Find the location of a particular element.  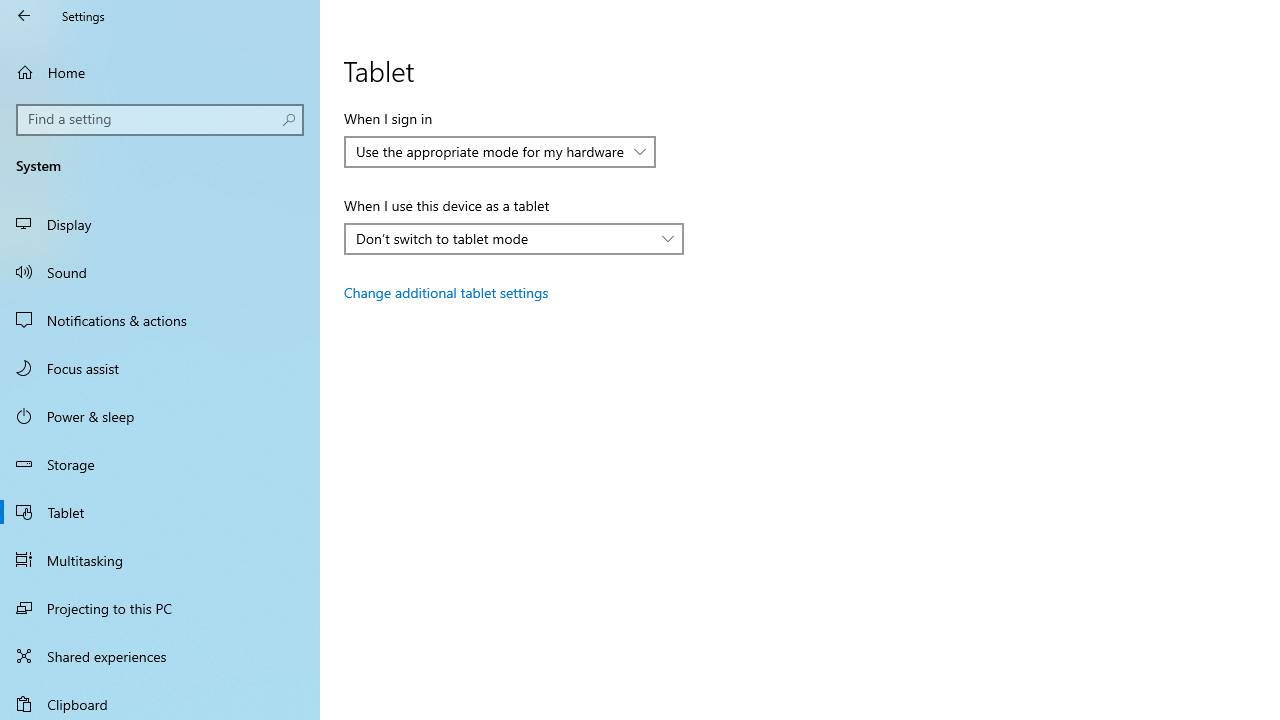

'Home' is located at coordinates (160, 71).